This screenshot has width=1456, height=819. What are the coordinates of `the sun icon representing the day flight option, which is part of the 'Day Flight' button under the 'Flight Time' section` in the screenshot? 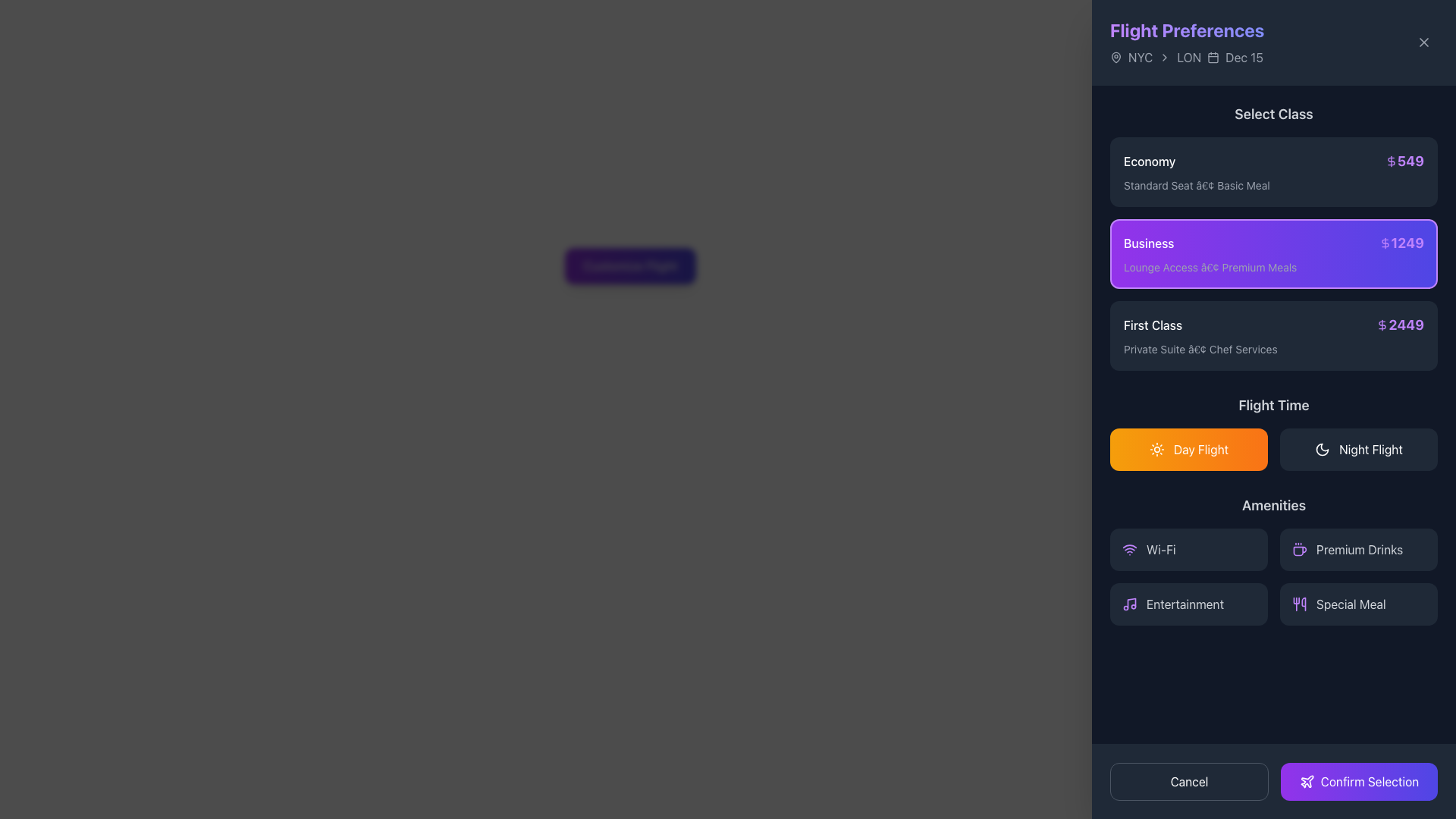 It's located at (1156, 449).